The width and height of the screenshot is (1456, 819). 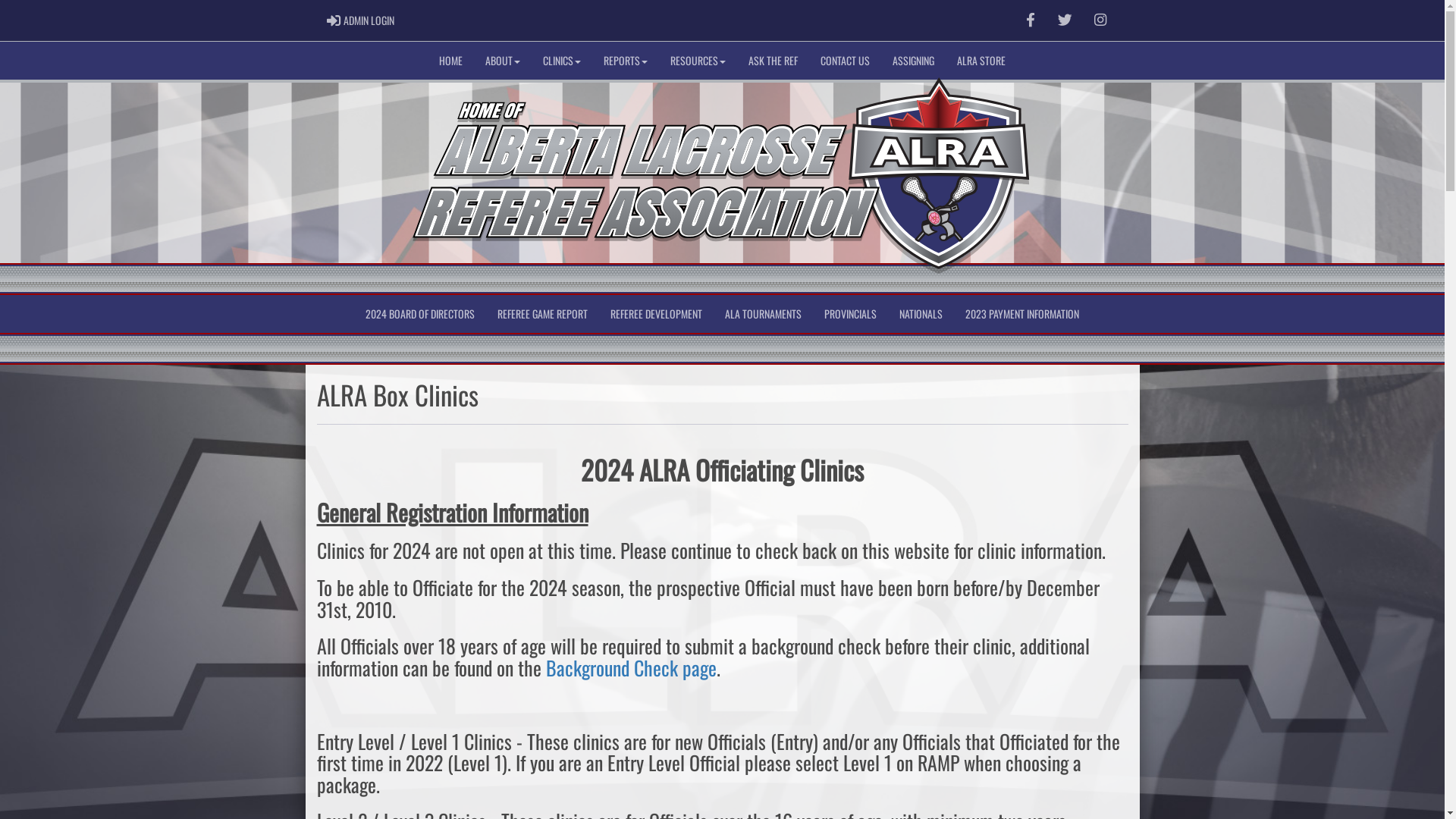 I want to click on 'like us', so click(x=1030, y=20).